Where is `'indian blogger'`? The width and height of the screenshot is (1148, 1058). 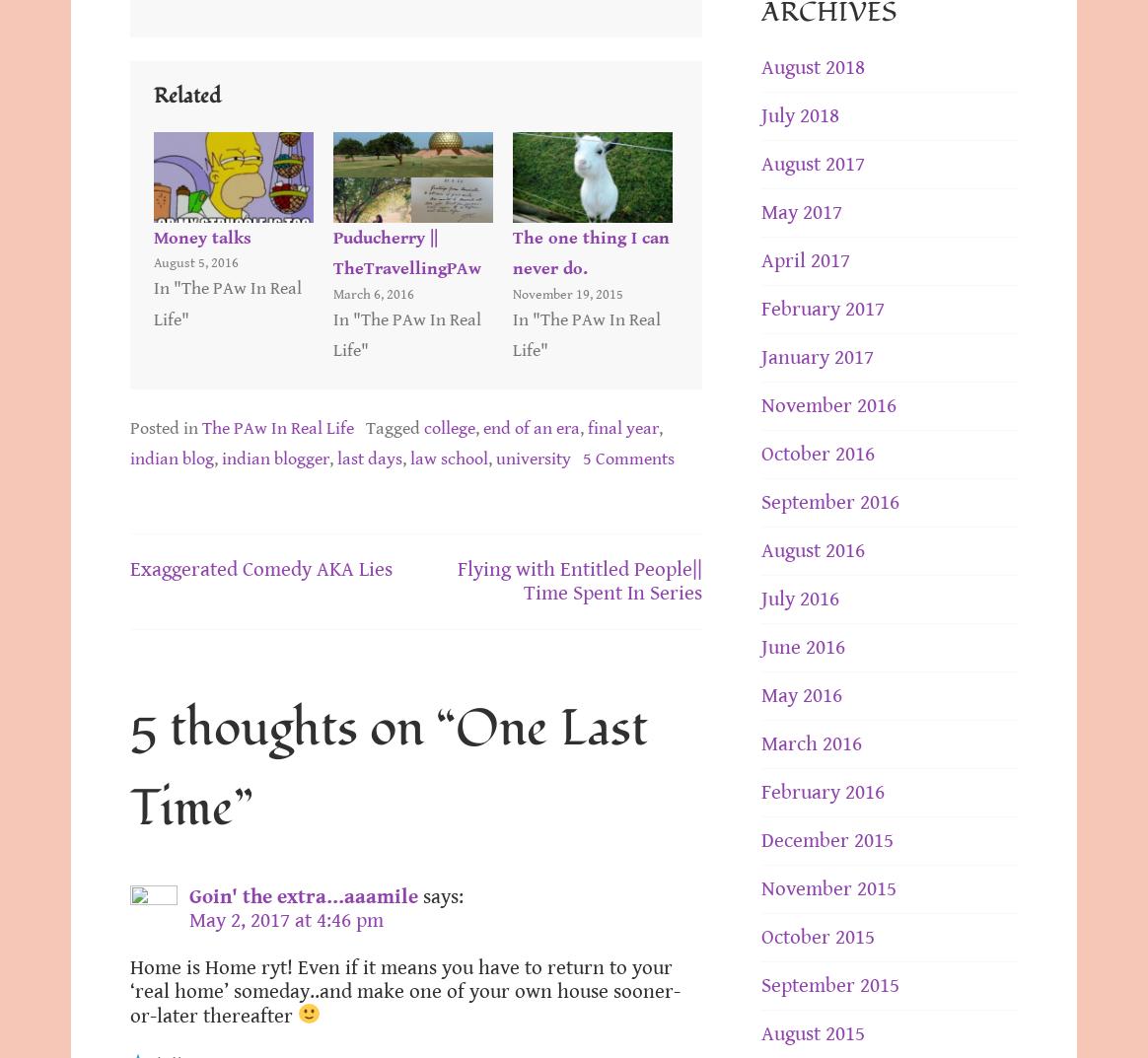
'indian blogger' is located at coordinates (274, 458).